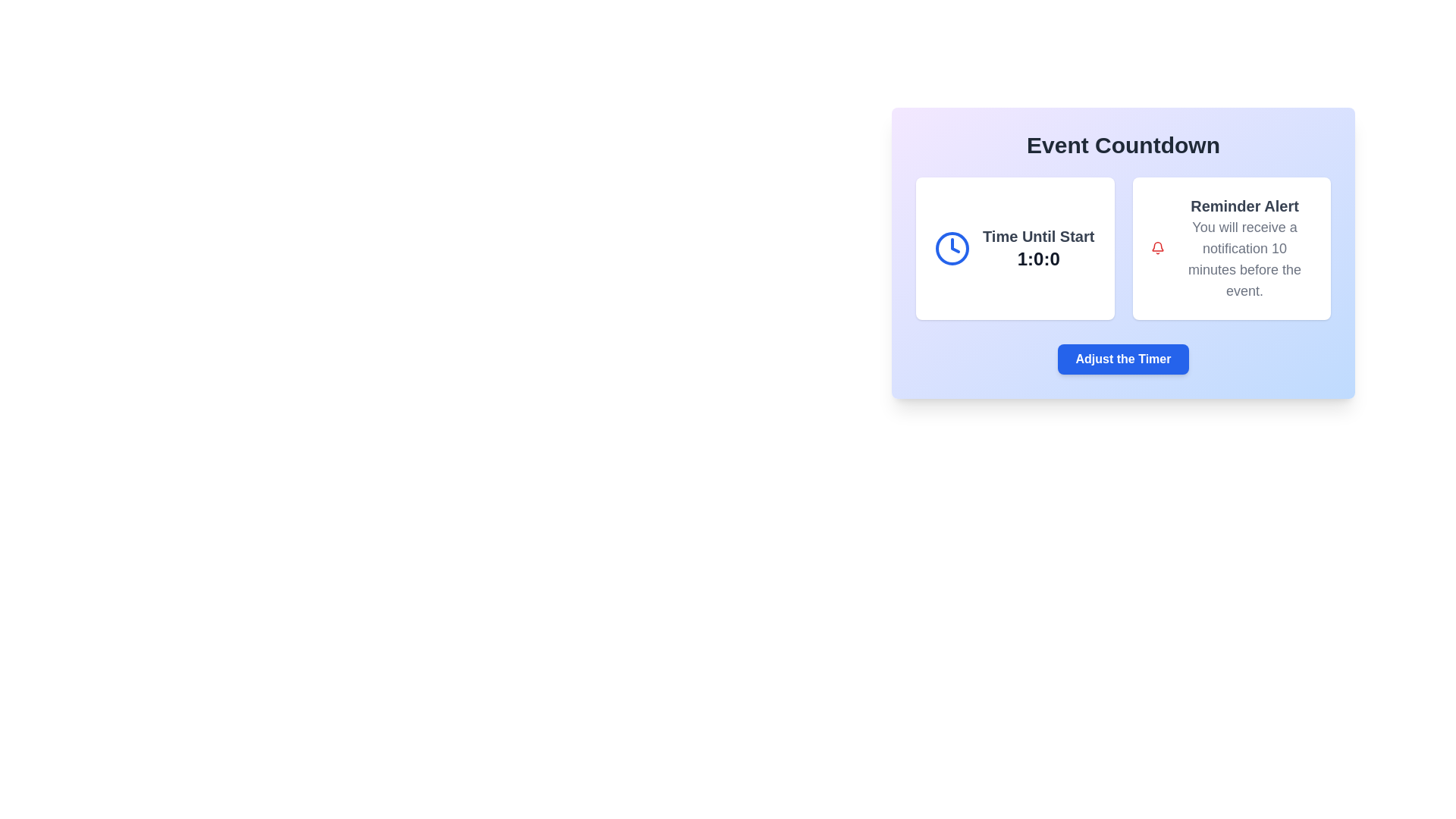 The width and height of the screenshot is (1456, 819). I want to click on the bell icon indicating an alert or notification within the 'Reminder Alert' section, so click(1156, 247).